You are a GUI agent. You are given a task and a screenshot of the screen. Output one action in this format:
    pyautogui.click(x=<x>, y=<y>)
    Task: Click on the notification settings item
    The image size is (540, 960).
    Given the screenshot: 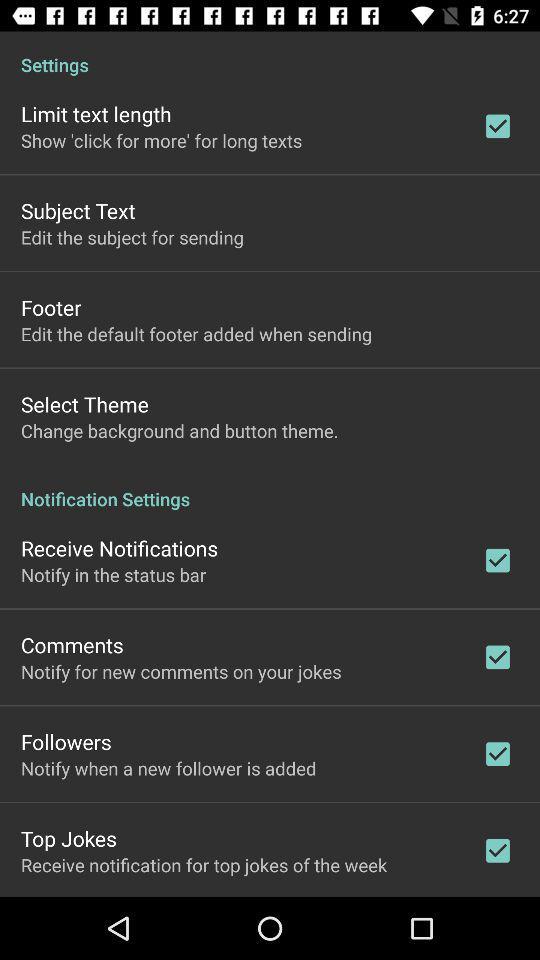 What is the action you would take?
    pyautogui.click(x=270, y=487)
    